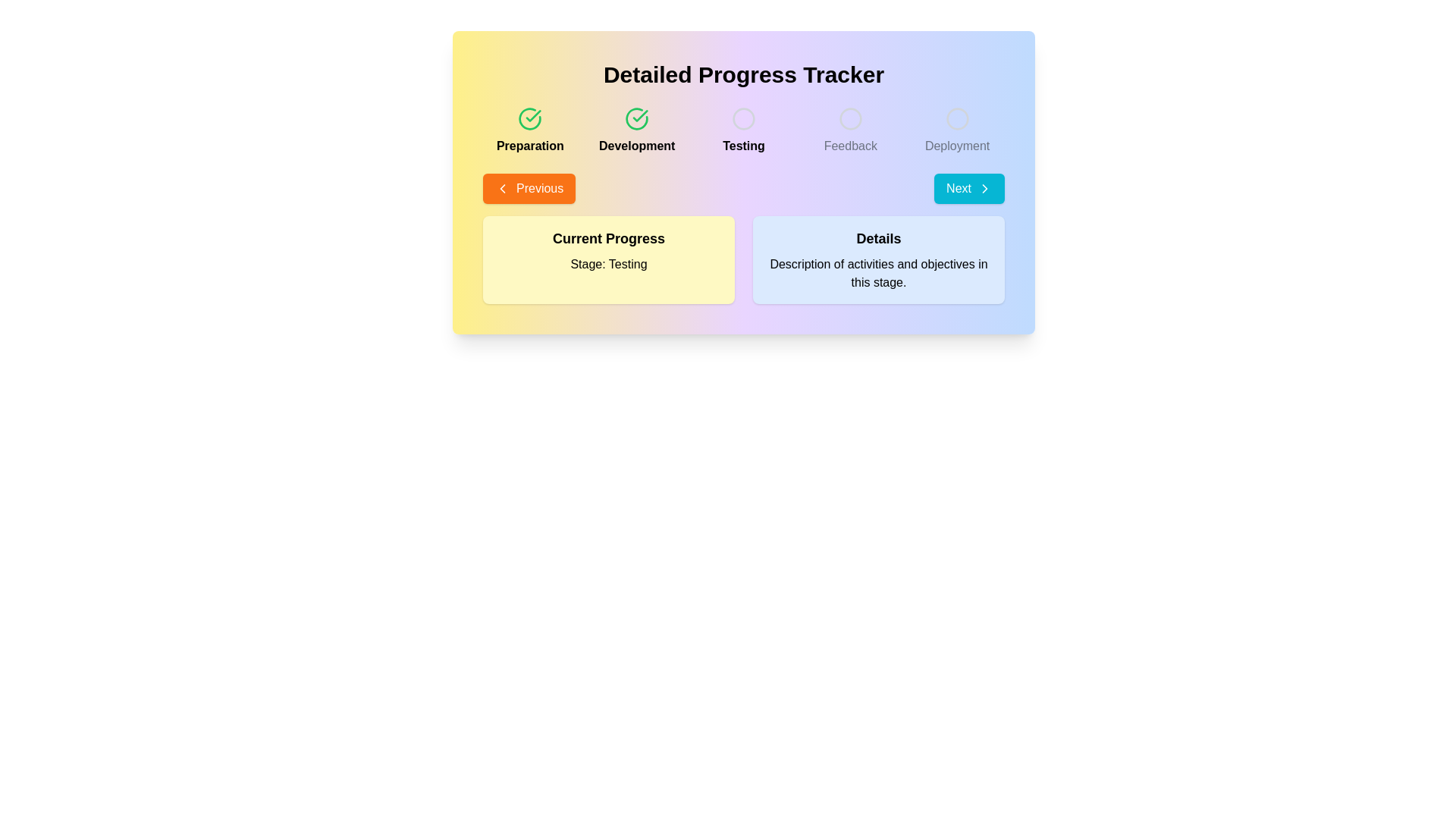 The height and width of the screenshot is (819, 1456). I want to click on the completion checkmark icon representing the 'Development' stage in the progress tracker, so click(637, 118).